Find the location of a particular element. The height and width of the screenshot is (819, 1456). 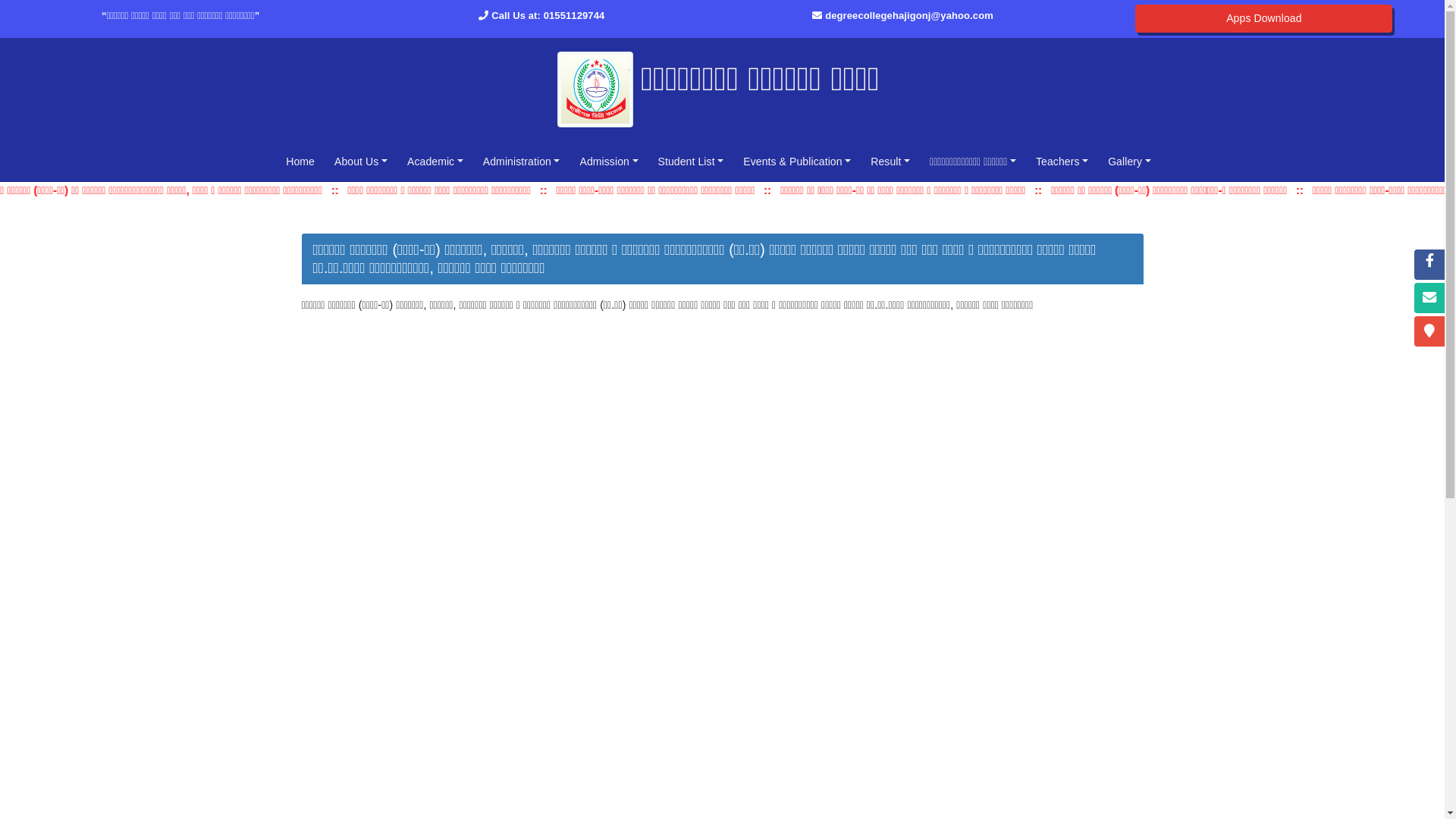

'Home is located at coordinates (300, 161).